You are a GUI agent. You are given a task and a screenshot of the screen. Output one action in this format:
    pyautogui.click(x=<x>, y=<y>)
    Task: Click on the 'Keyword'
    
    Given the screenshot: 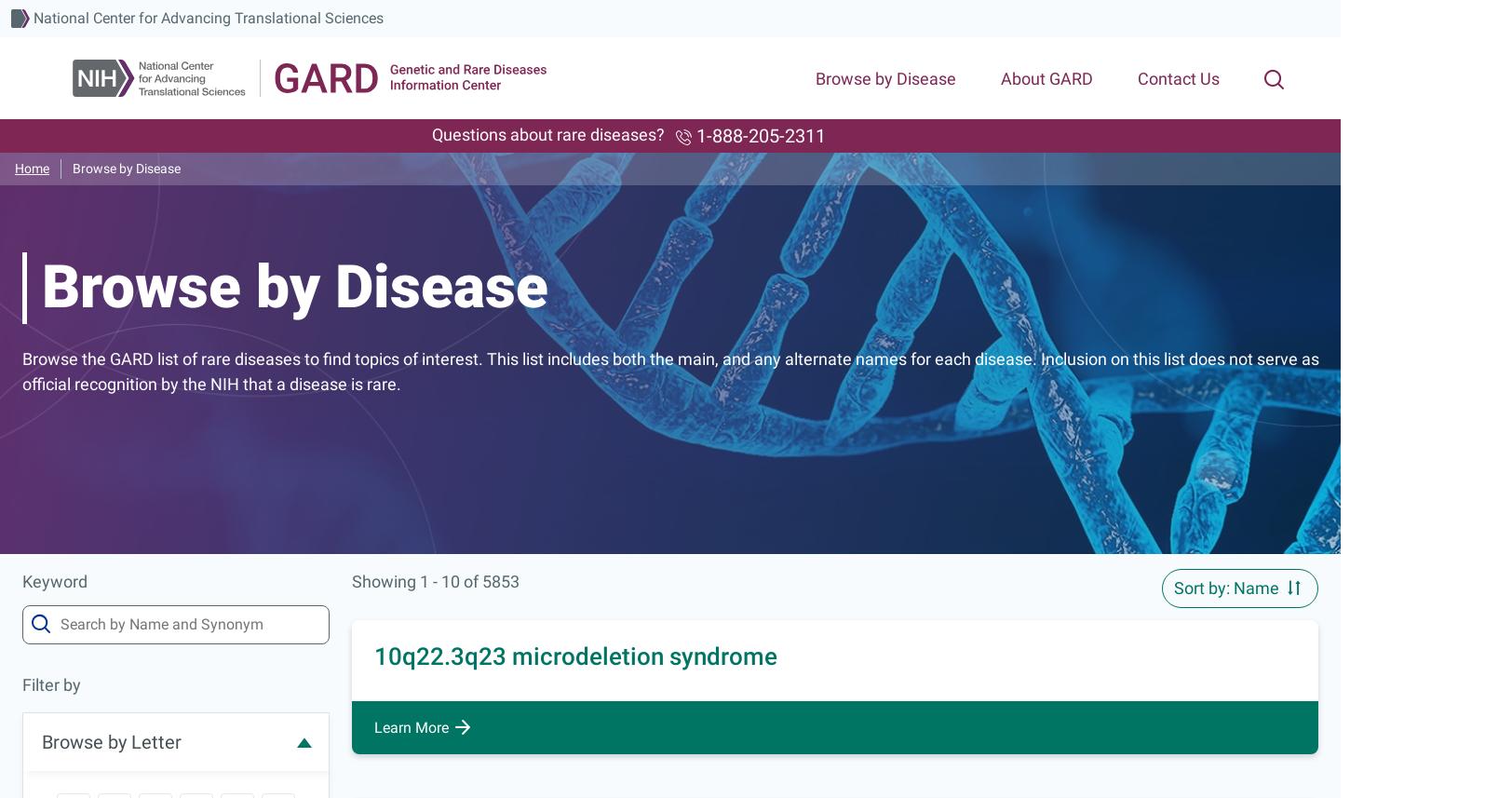 What is the action you would take?
    pyautogui.click(x=54, y=581)
    